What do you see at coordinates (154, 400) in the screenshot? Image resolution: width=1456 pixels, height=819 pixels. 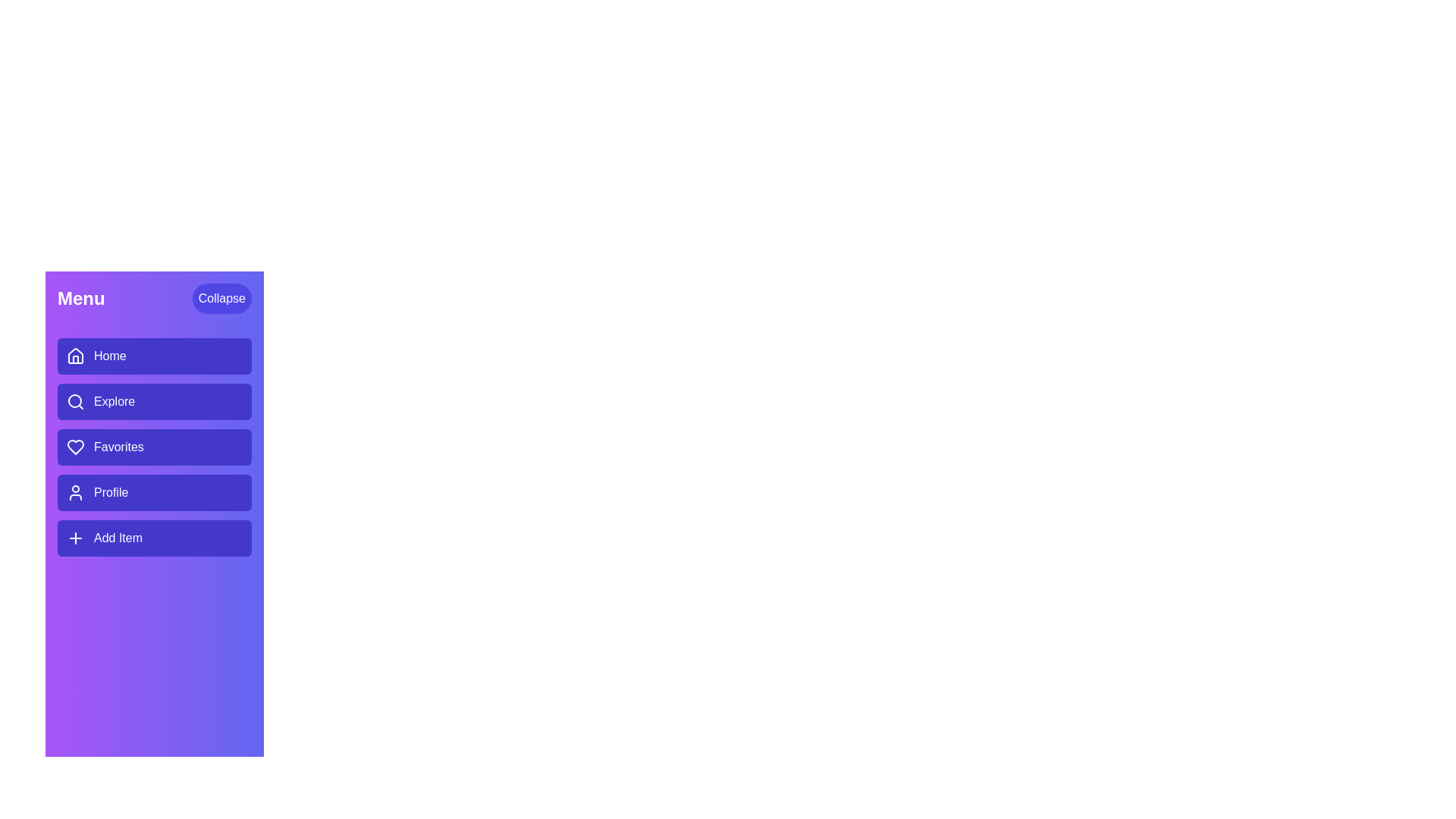 I see `the menu item labeled Explore` at bounding box center [154, 400].